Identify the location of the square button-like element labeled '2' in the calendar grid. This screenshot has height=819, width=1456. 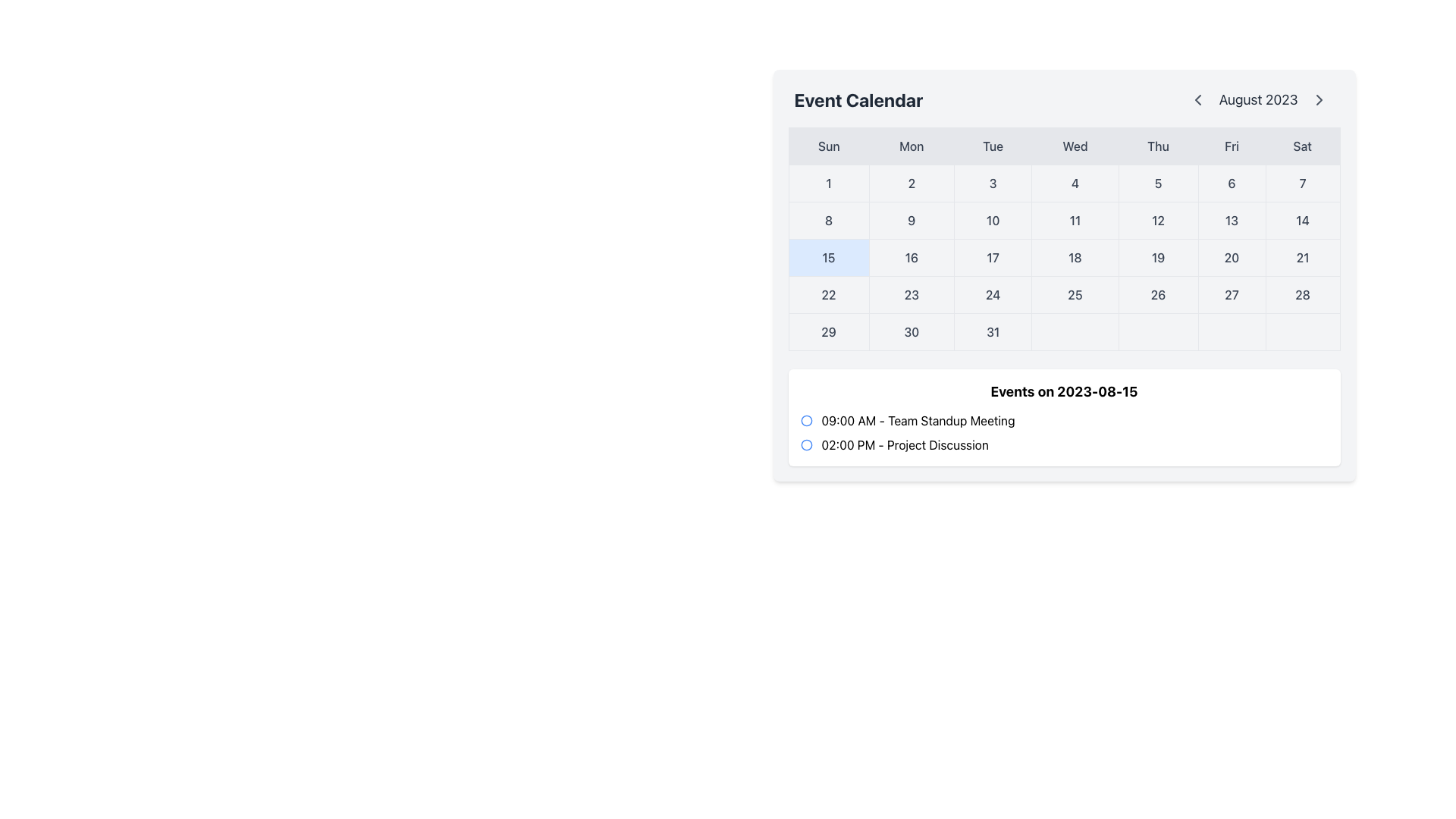
(911, 183).